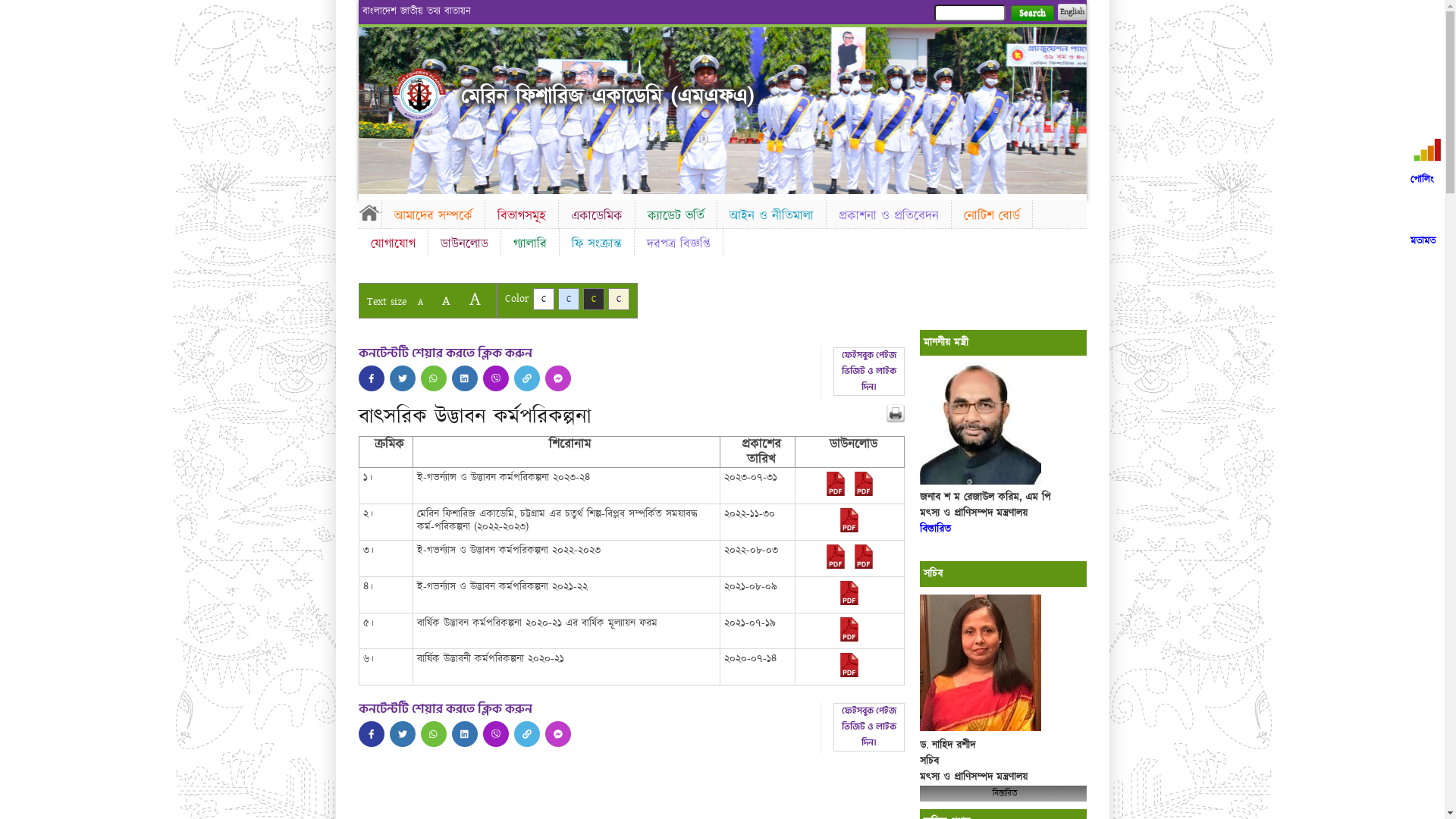 The image size is (1456, 819). What do you see at coordinates (835, 565) in the screenshot?
I see `'2022-08-03-06-26-86170153aa14c738dbb5ffa3e16d1267.pdf'` at bounding box center [835, 565].